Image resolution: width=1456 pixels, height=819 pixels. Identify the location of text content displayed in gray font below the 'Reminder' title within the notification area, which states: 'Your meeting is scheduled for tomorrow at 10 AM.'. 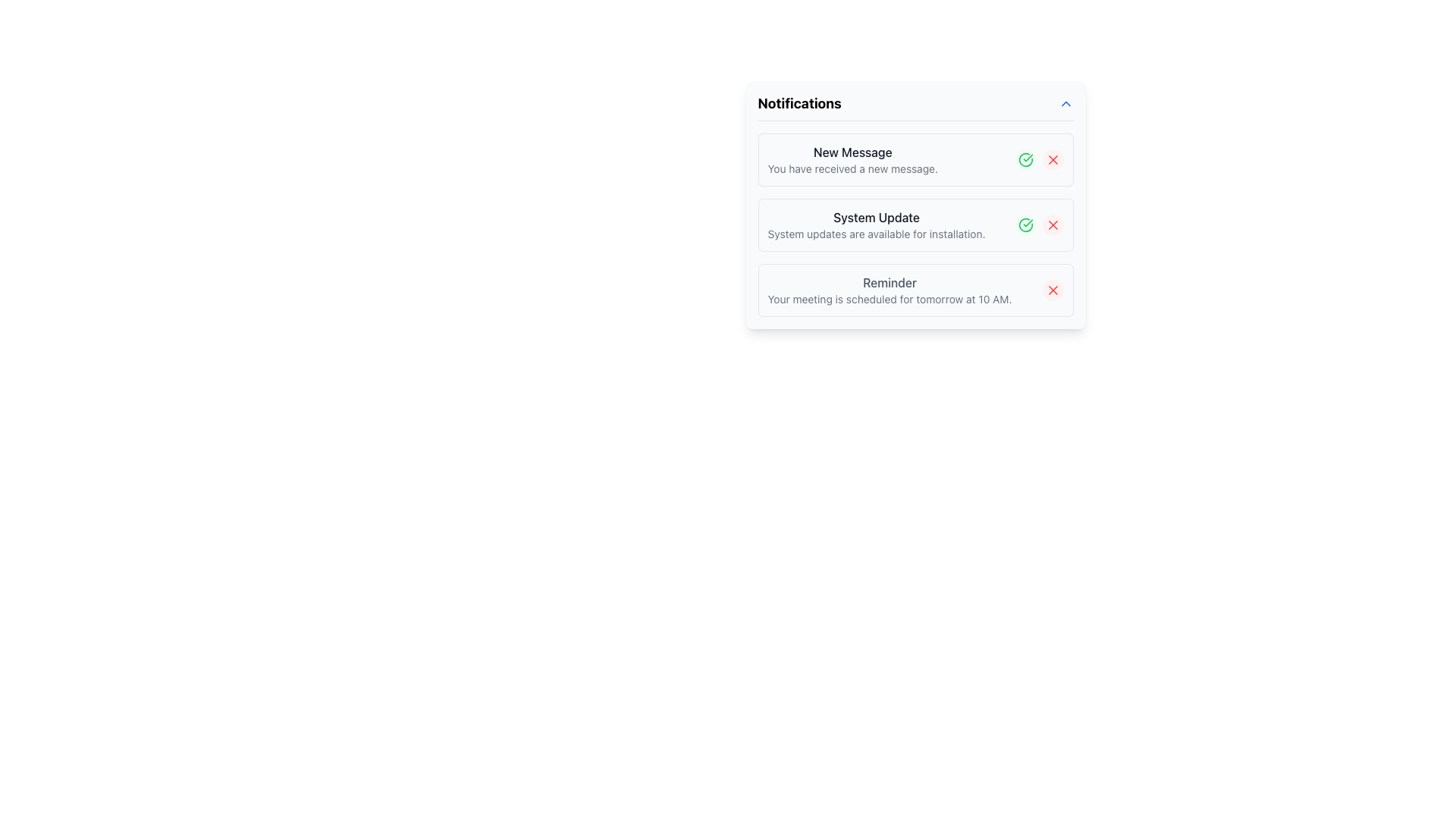
(890, 299).